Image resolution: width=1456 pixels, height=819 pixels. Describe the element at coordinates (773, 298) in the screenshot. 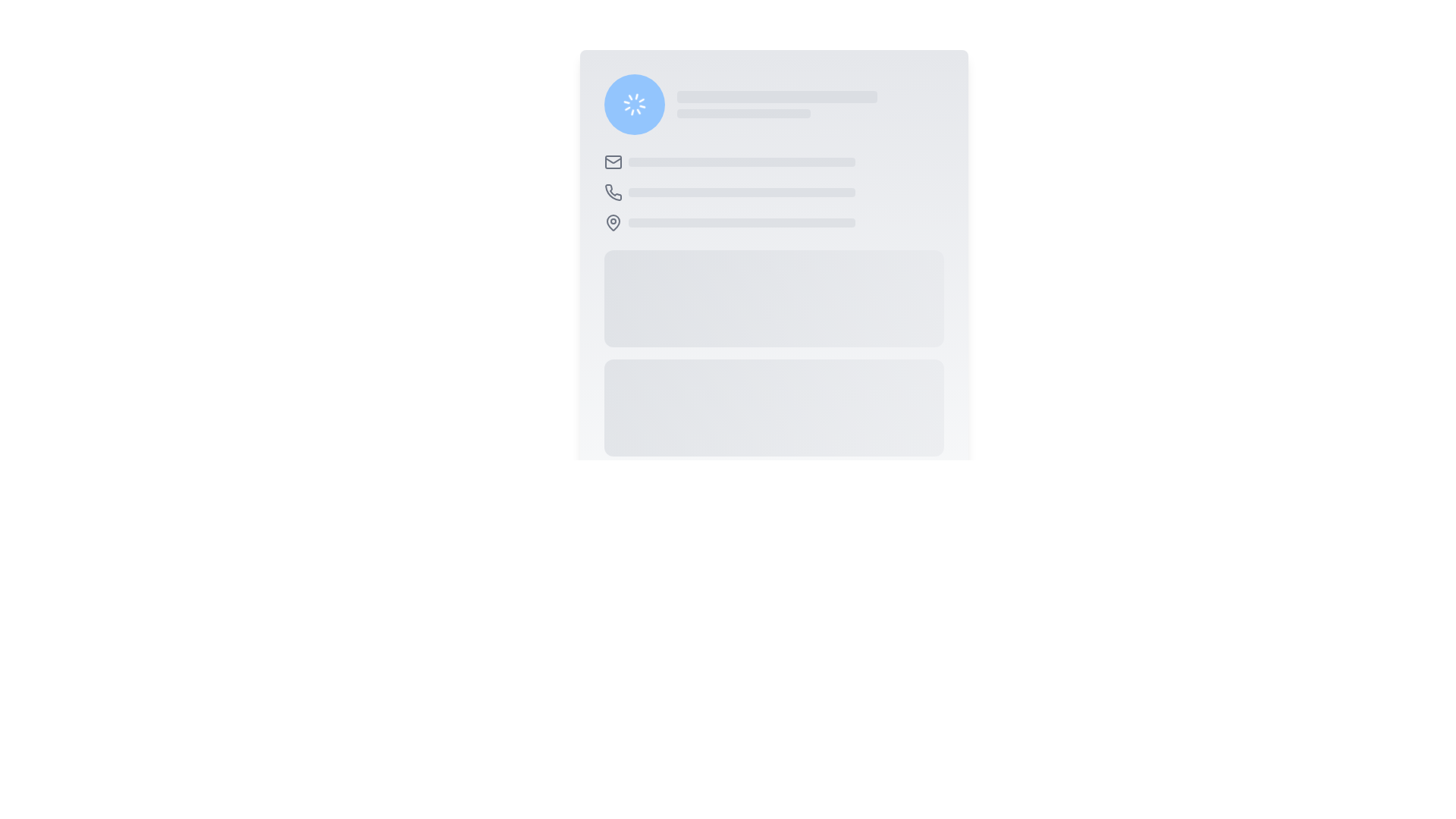

I see `the Placeholder block, which is the first rectangular element in a vertical layout, centrally located near the middle of the page` at that location.